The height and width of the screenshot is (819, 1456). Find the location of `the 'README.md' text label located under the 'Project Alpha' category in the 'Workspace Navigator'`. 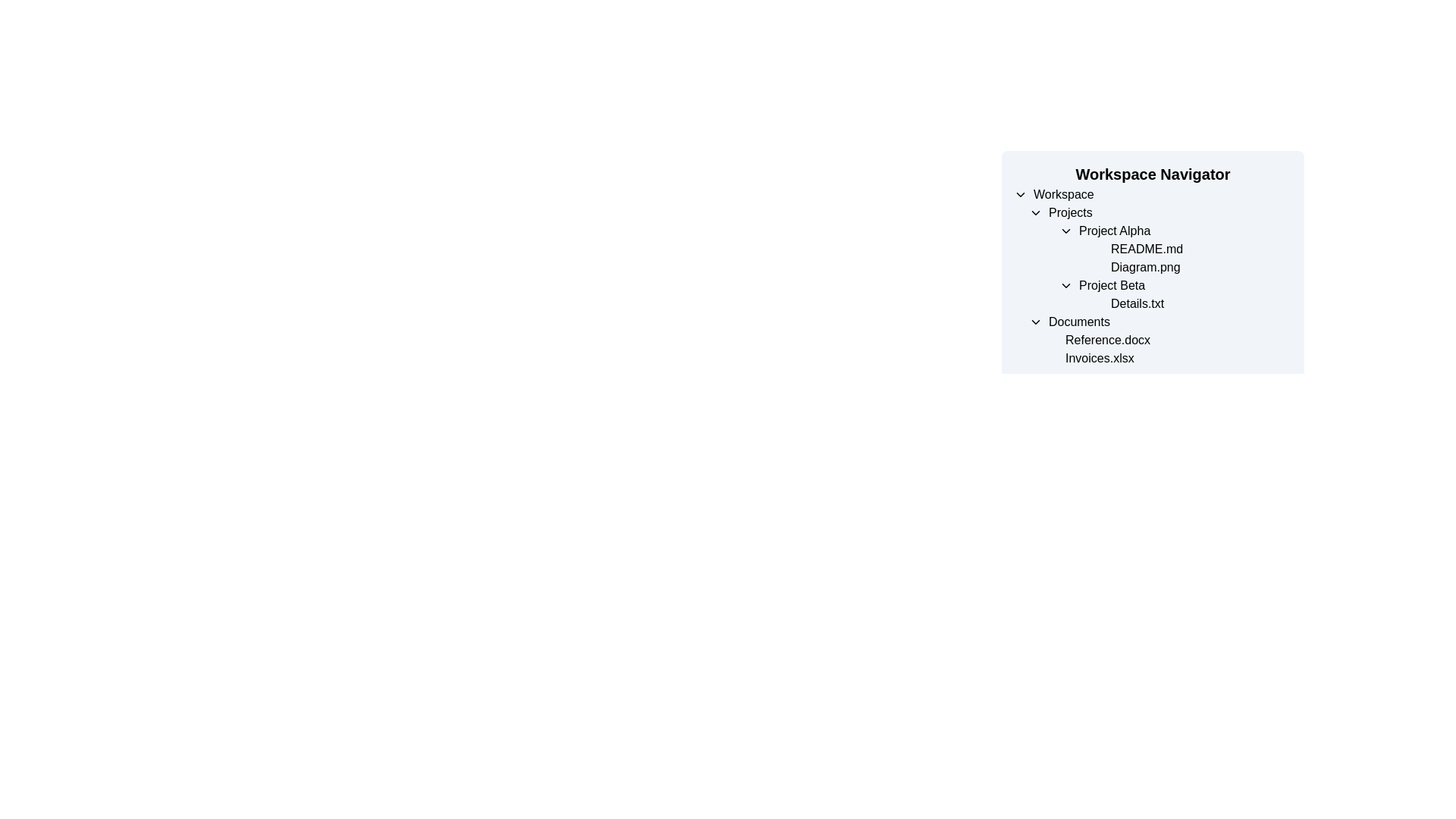

the 'README.md' text label located under the 'Project Alpha' category in the 'Workspace Navigator' is located at coordinates (1147, 248).